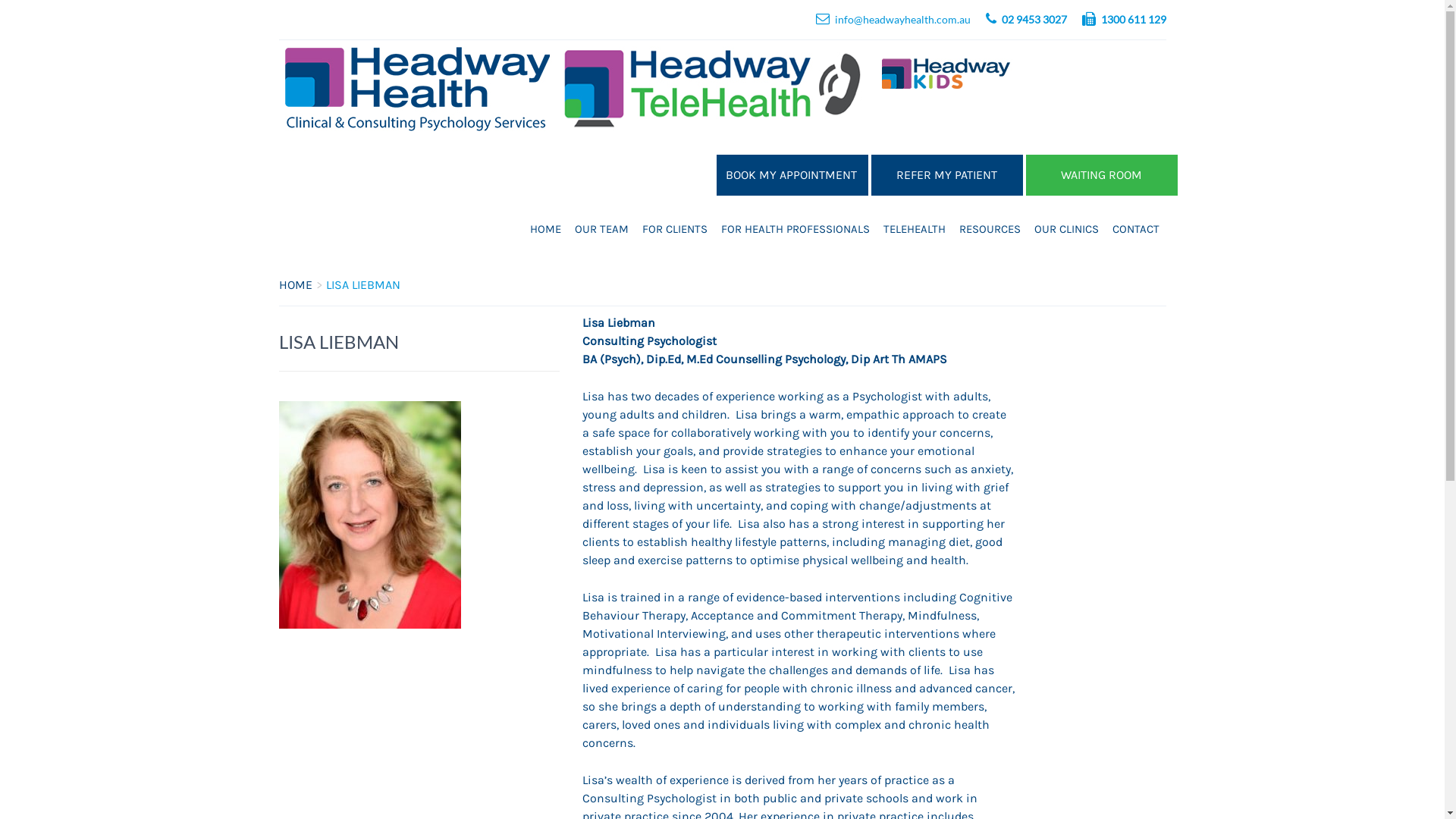  I want to click on 'CONTACT', so click(1106, 228).